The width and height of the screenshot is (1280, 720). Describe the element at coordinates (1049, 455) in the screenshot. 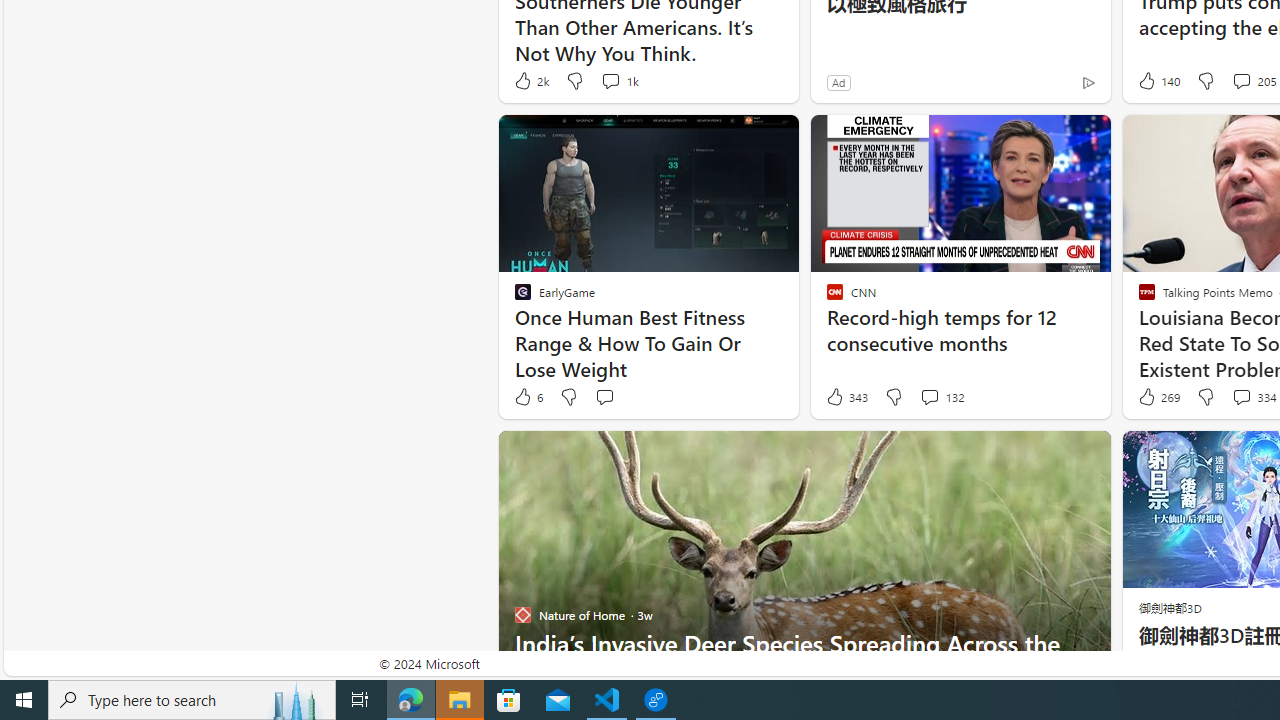

I see `'Hide this story'` at that location.